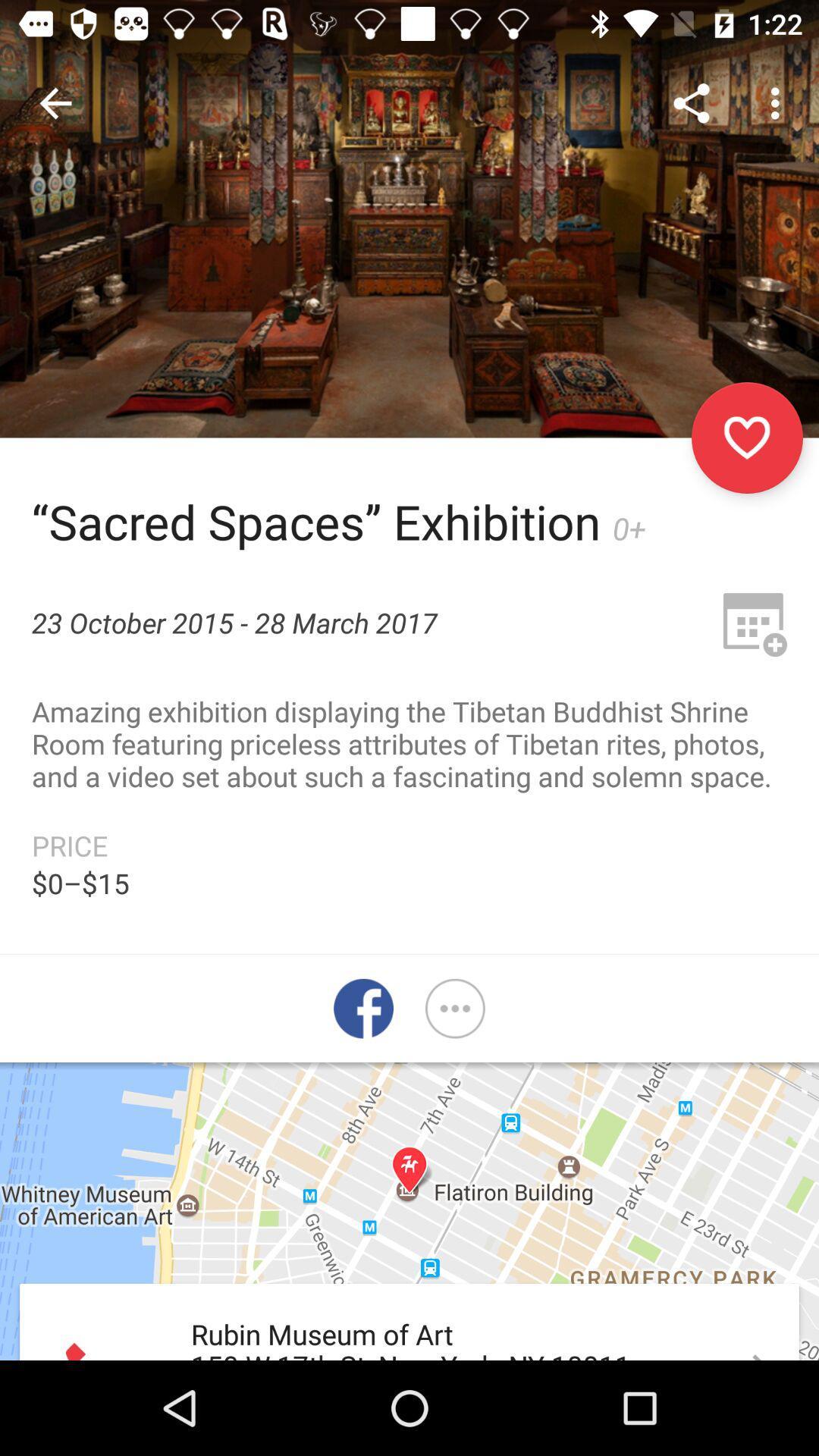 The image size is (819, 1456). What do you see at coordinates (454, 1009) in the screenshot?
I see `the more icon` at bounding box center [454, 1009].